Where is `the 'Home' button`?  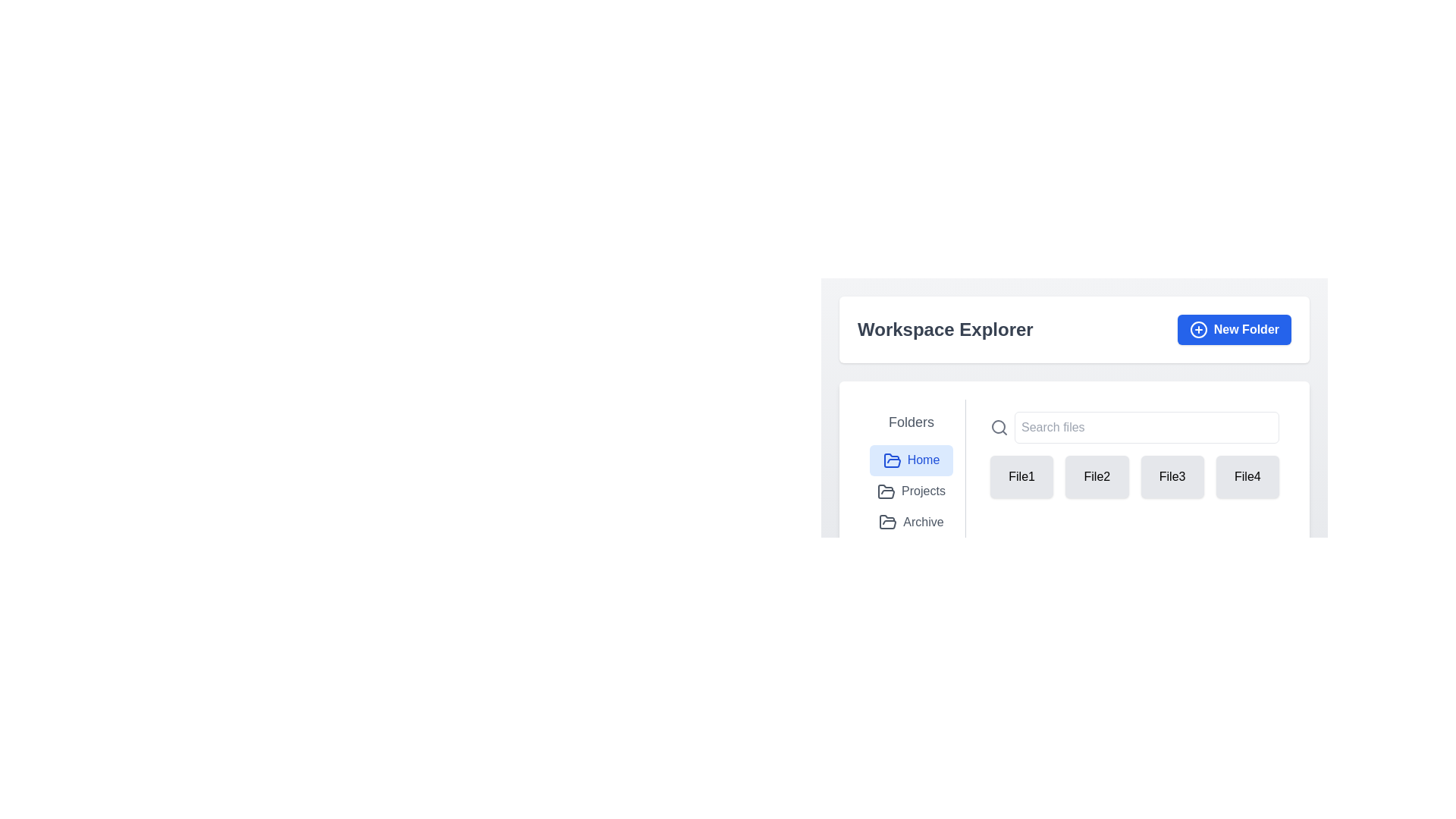 the 'Home' button is located at coordinates (910, 459).